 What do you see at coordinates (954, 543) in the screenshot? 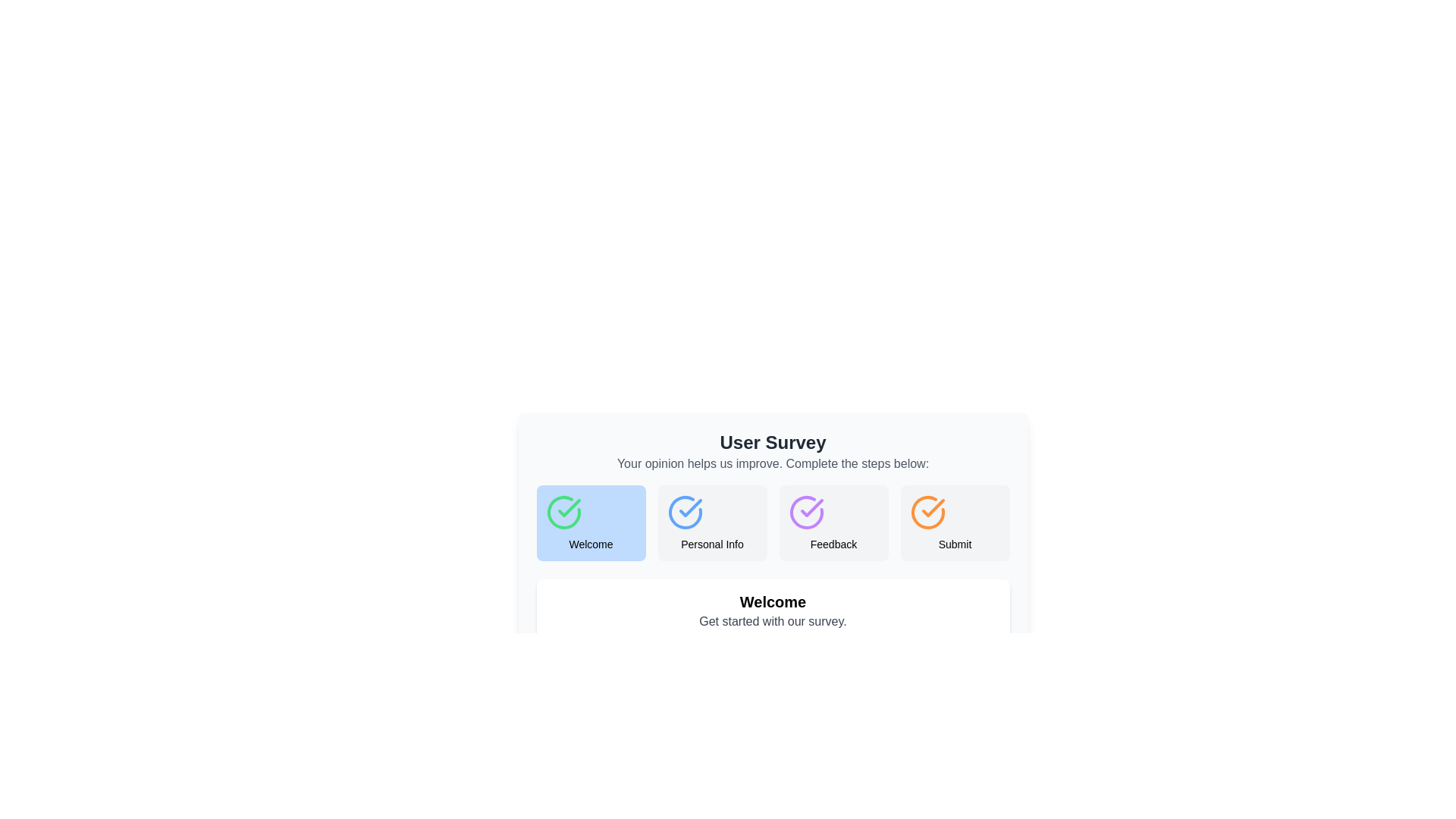
I see `the 'Submit' text label located at the bottom-center of a card, styled with a medium font size and accompanied by a colorful checkmark icon above it` at bounding box center [954, 543].